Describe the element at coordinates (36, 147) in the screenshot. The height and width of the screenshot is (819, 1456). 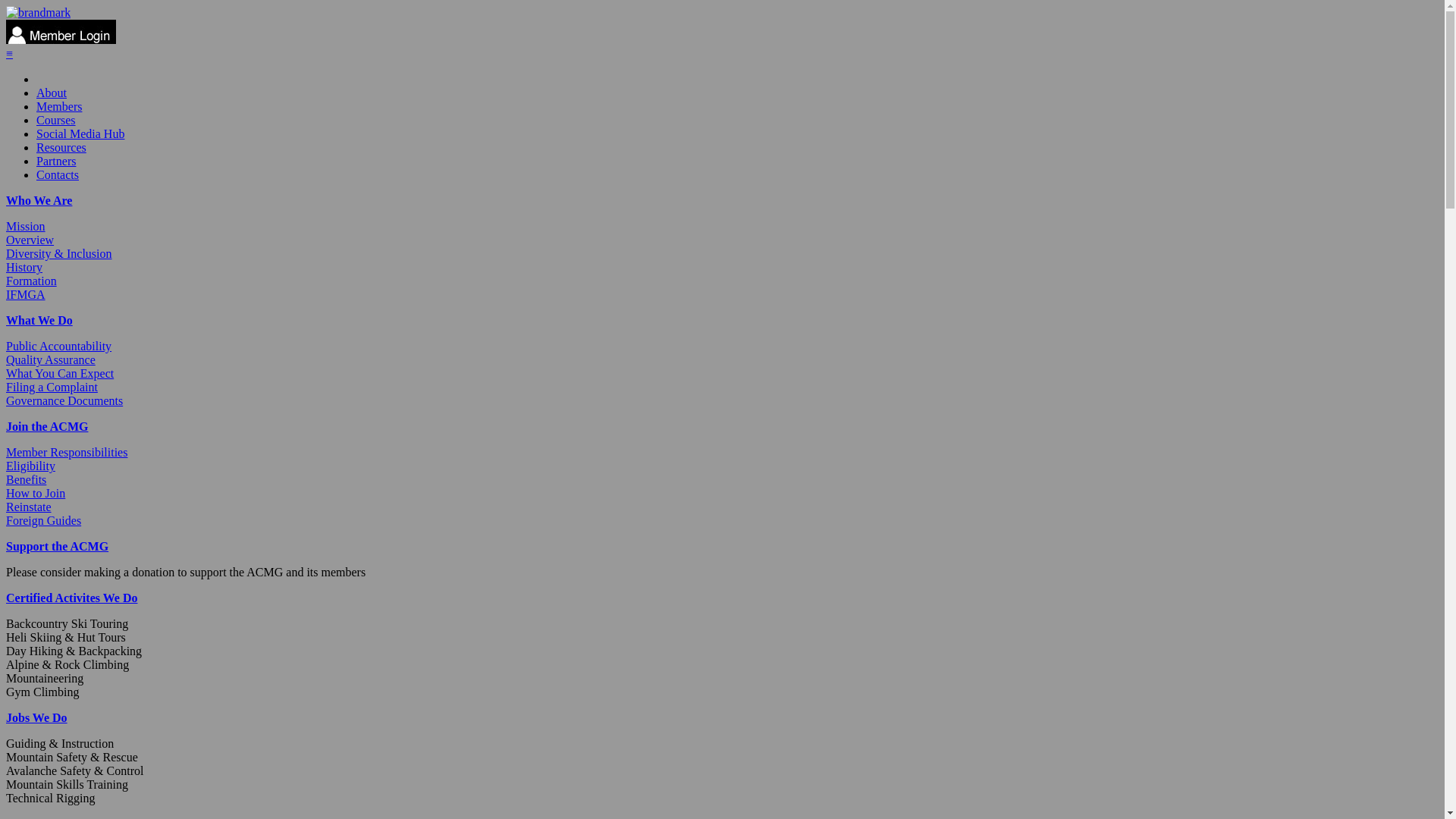
I see `'Resources'` at that location.